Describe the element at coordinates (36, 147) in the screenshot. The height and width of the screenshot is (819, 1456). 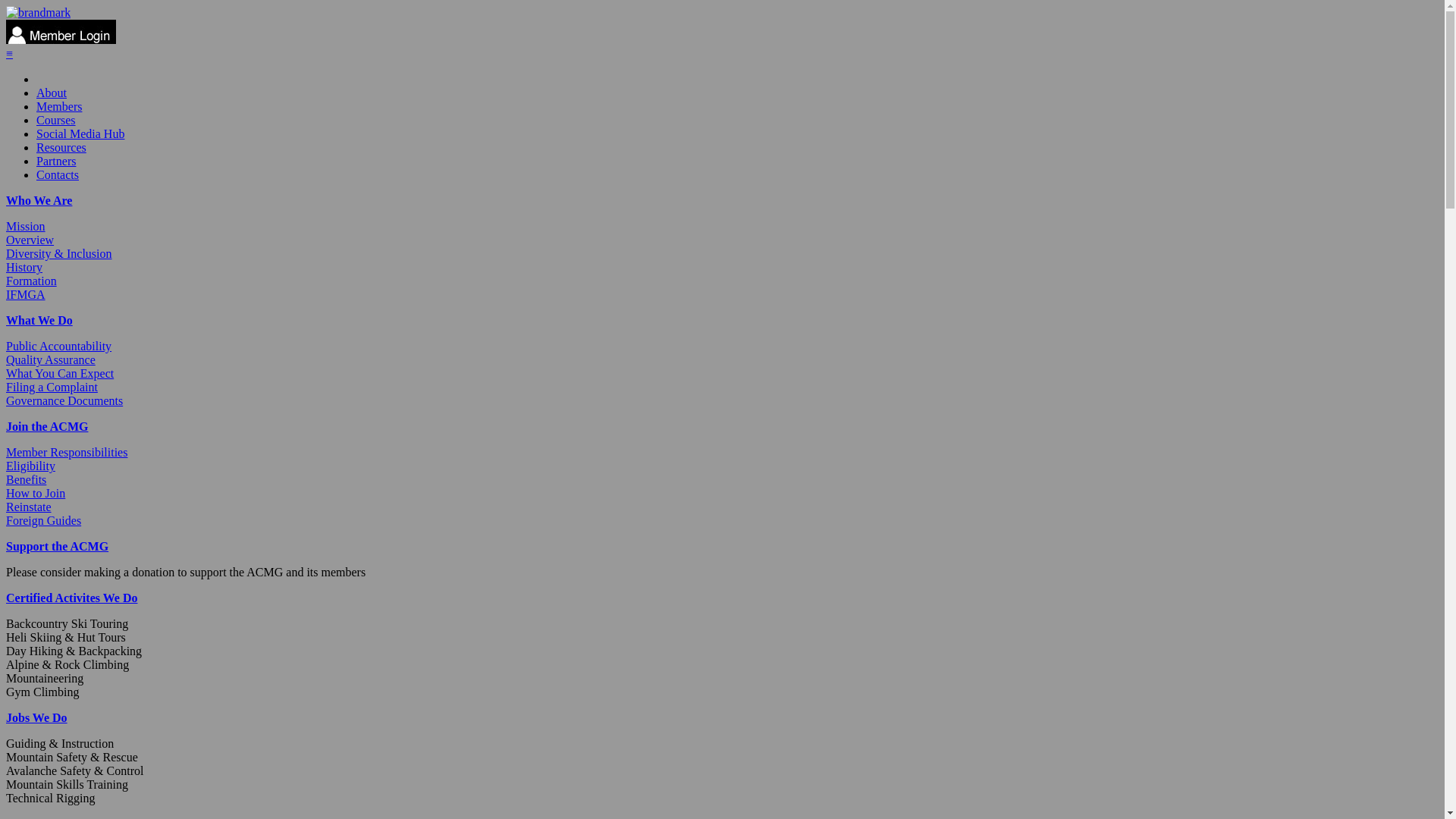
I see `'Resources'` at that location.